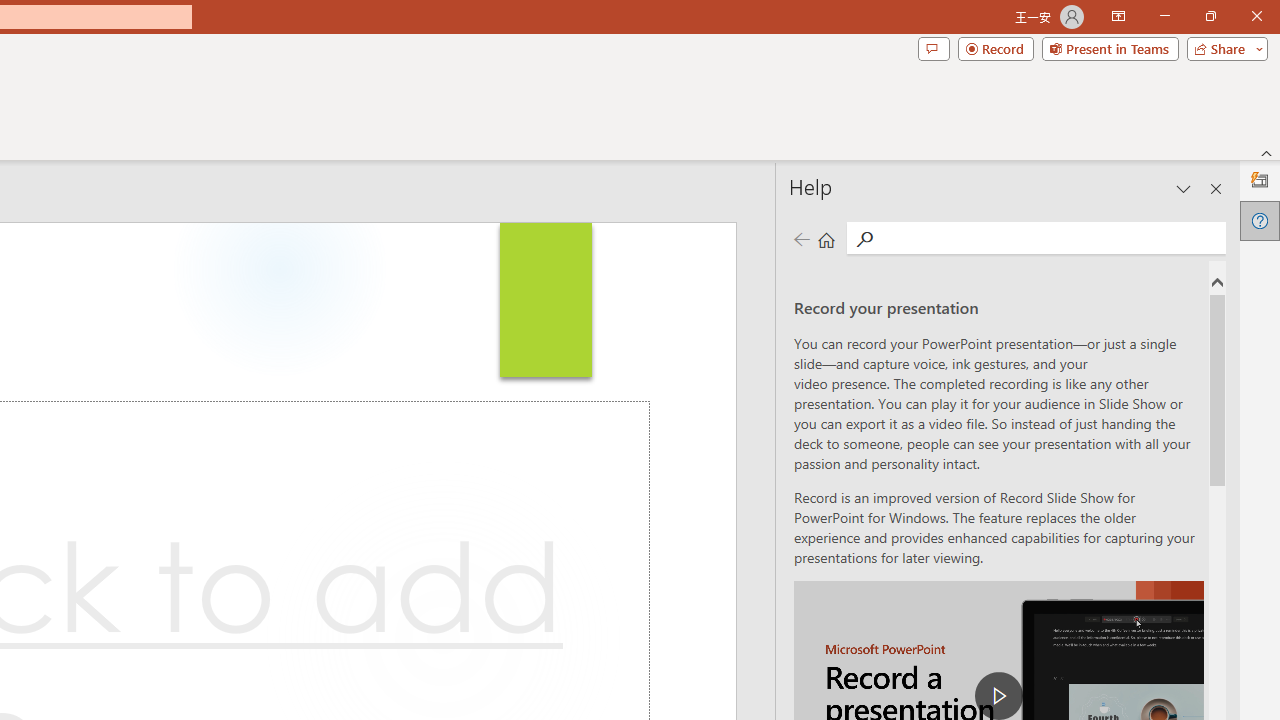  I want to click on 'Task Pane Options', so click(1184, 189).